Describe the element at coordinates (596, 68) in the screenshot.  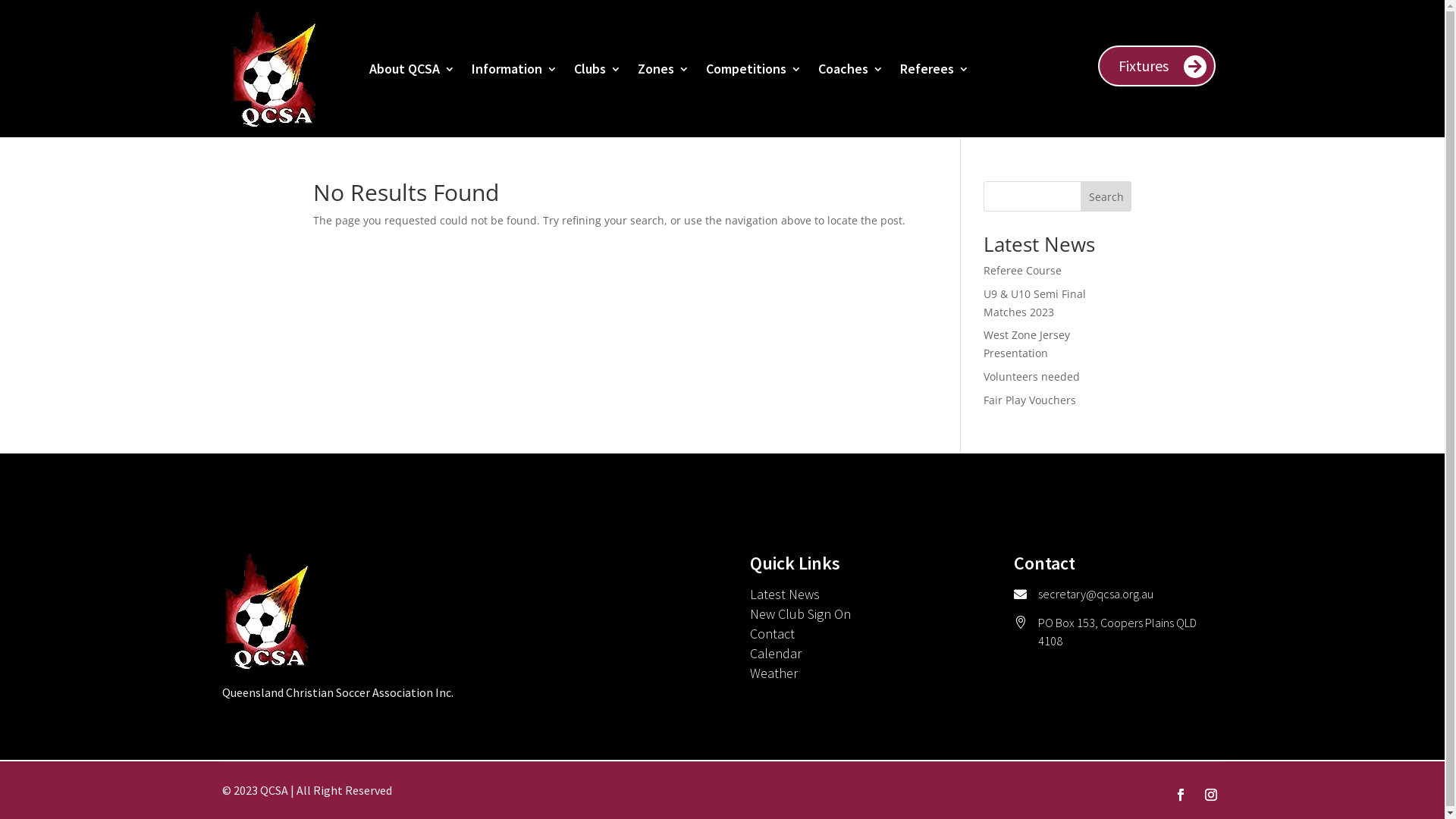
I see `'Clubs'` at that location.